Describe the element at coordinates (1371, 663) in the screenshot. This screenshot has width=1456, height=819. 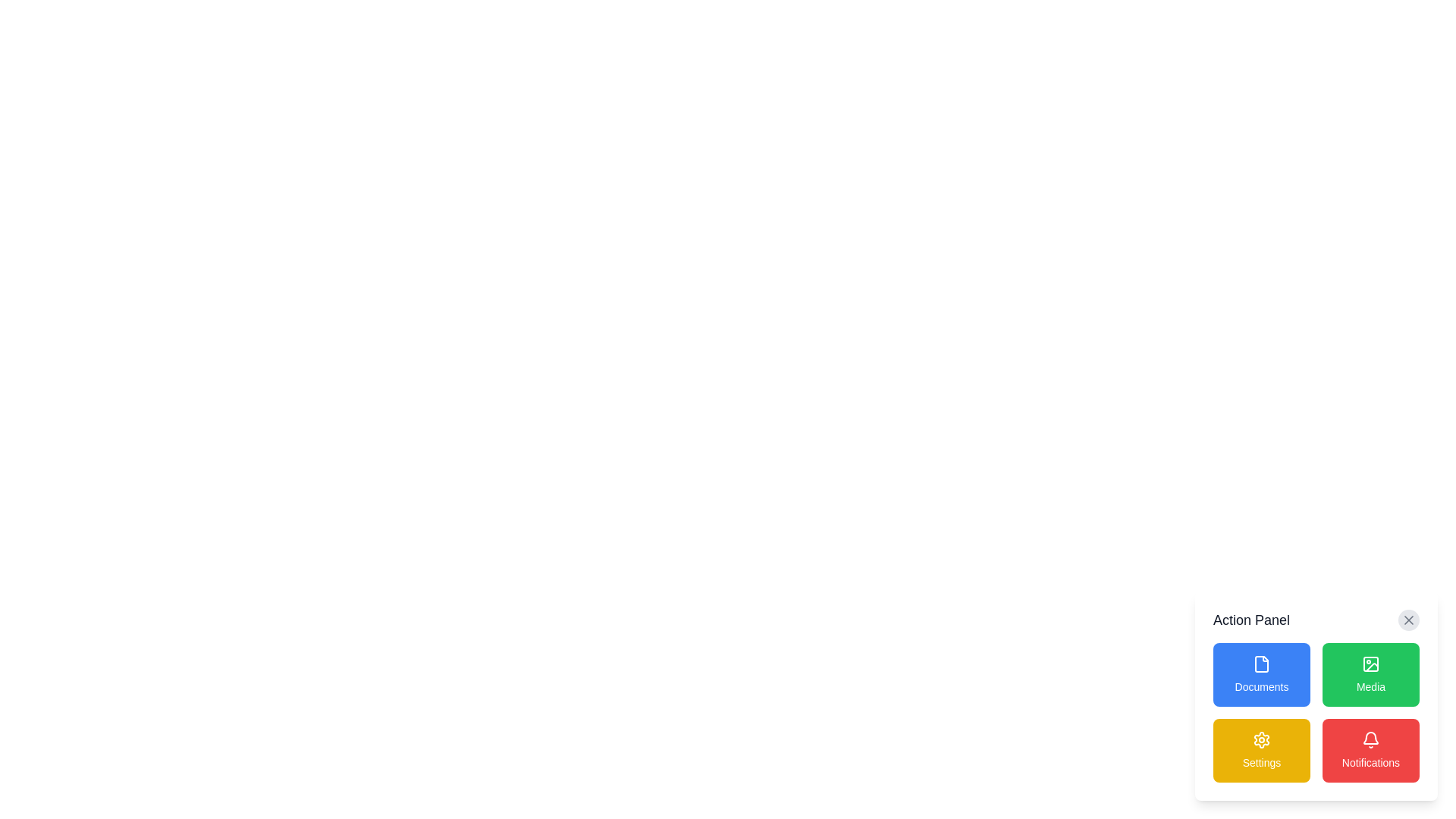
I see `the Media icon, which is centrally located within the green 'Media' button in the top-right section of the action panel` at that location.